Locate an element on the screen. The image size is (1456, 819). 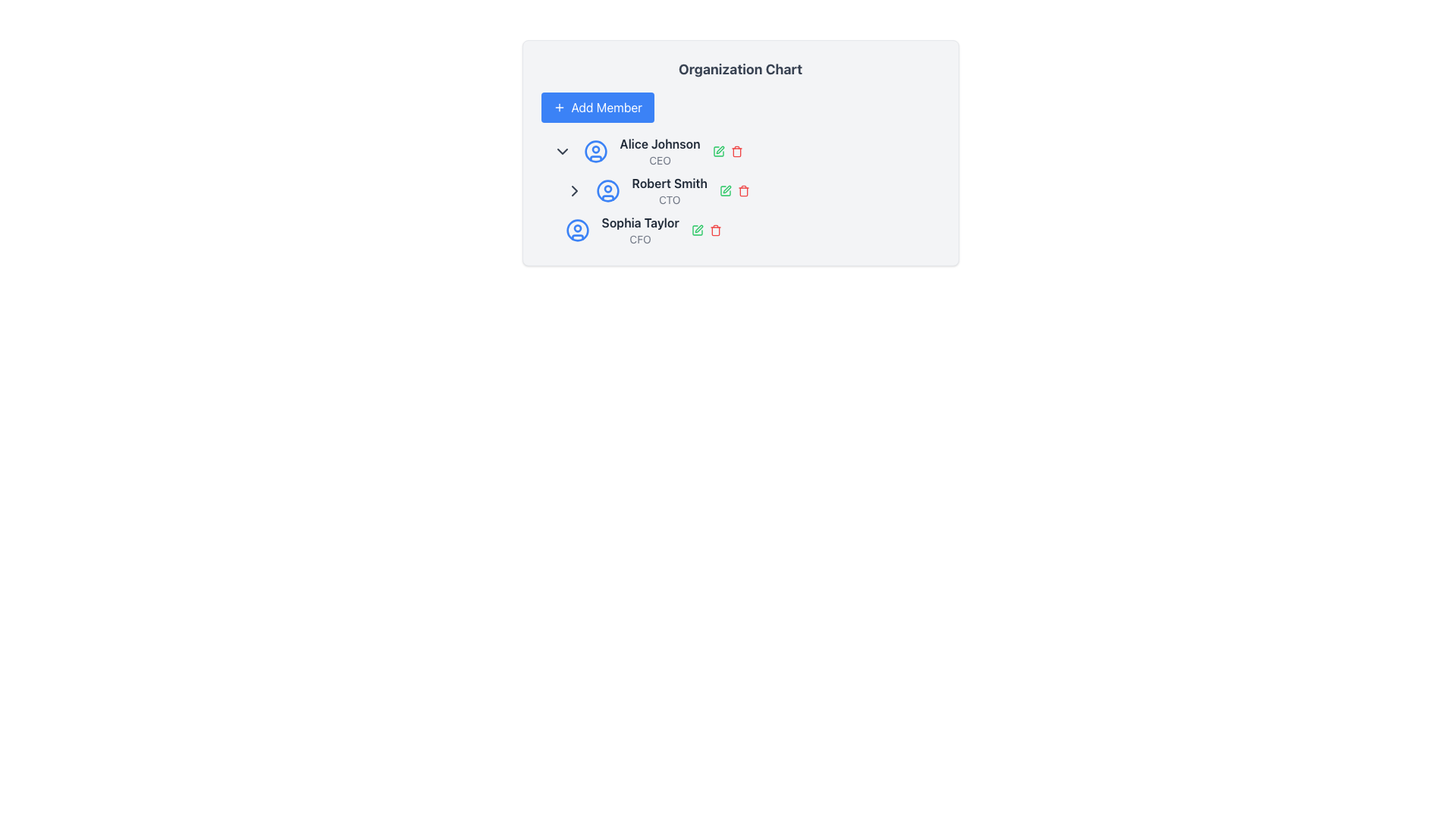
the delete icon associated with 'Sophia Taylor' in the organization chart is located at coordinates (714, 231).